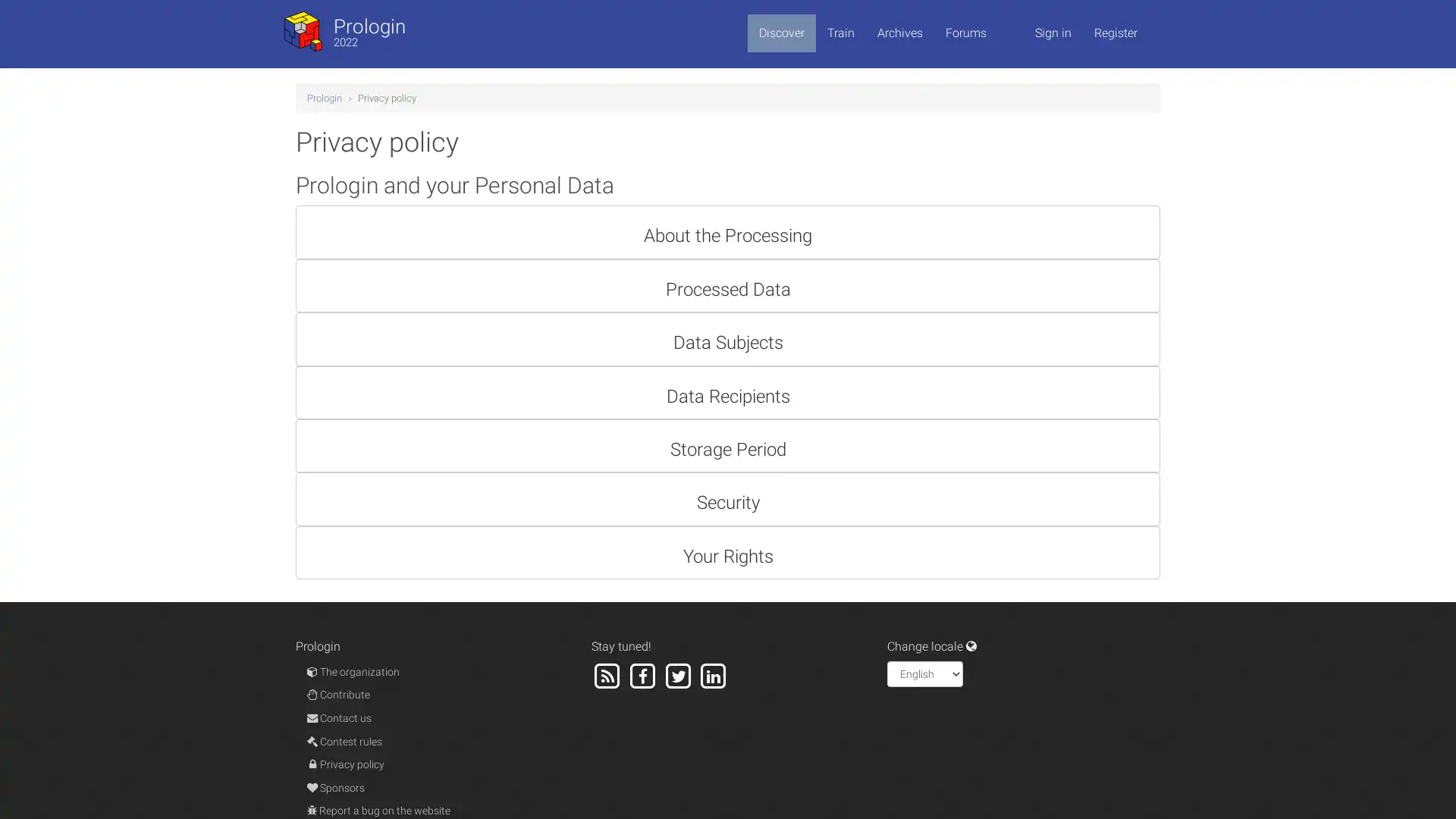 The height and width of the screenshot is (819, 1456). Describe the element at coordinates (728, 444) in the screenshot. I see `Storage Period` at that location.